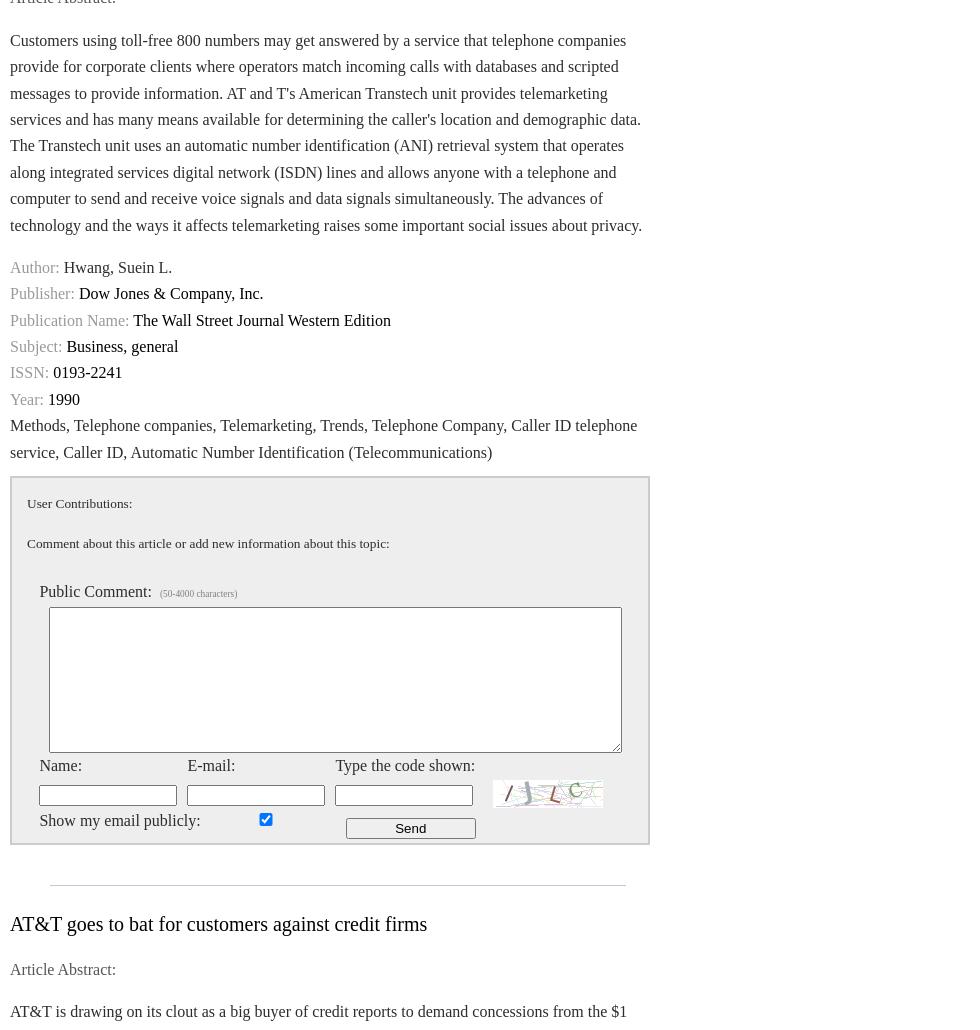 This screenshot has height=1030, width=980. I want to click on 'Show my email publicly:', so click(119, 819).